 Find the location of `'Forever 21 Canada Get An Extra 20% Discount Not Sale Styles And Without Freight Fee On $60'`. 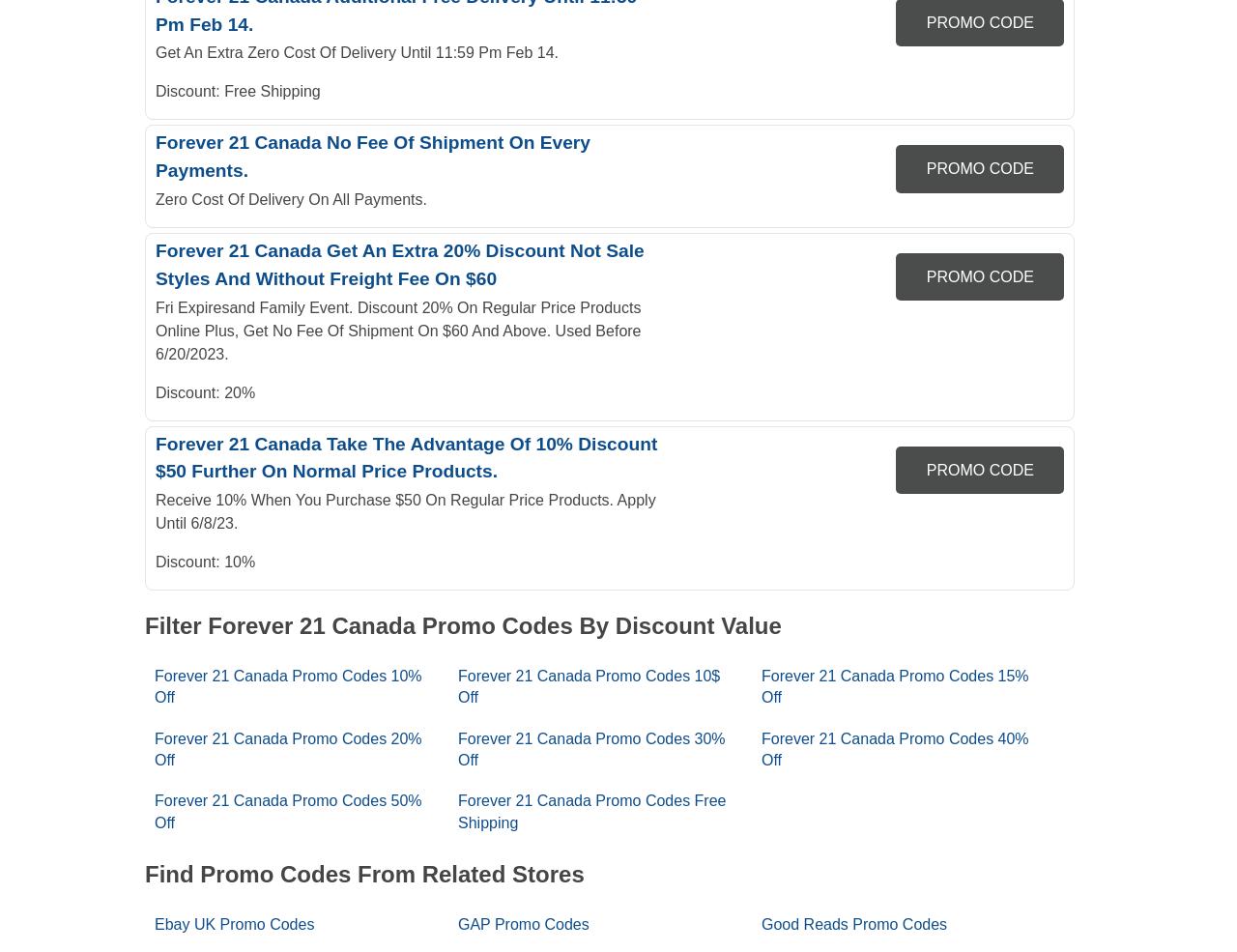

'Forever 21 Canada Get An Extra 20% Discount Not Sale Styles And Without Freight Fee On $60' is located at coordinates (398, 263).